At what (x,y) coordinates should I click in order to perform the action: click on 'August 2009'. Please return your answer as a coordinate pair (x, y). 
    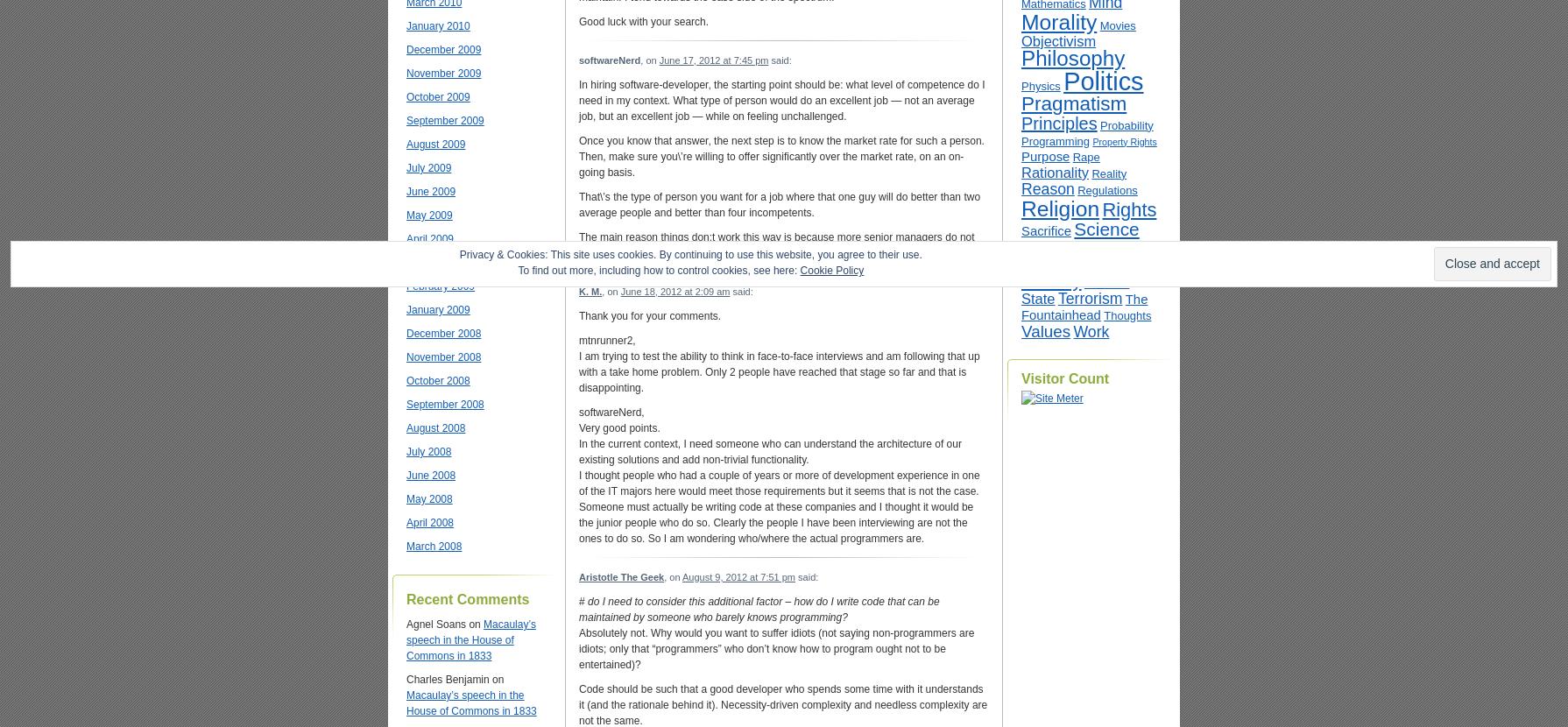
    Looking at the image, I should click on (434, 144).